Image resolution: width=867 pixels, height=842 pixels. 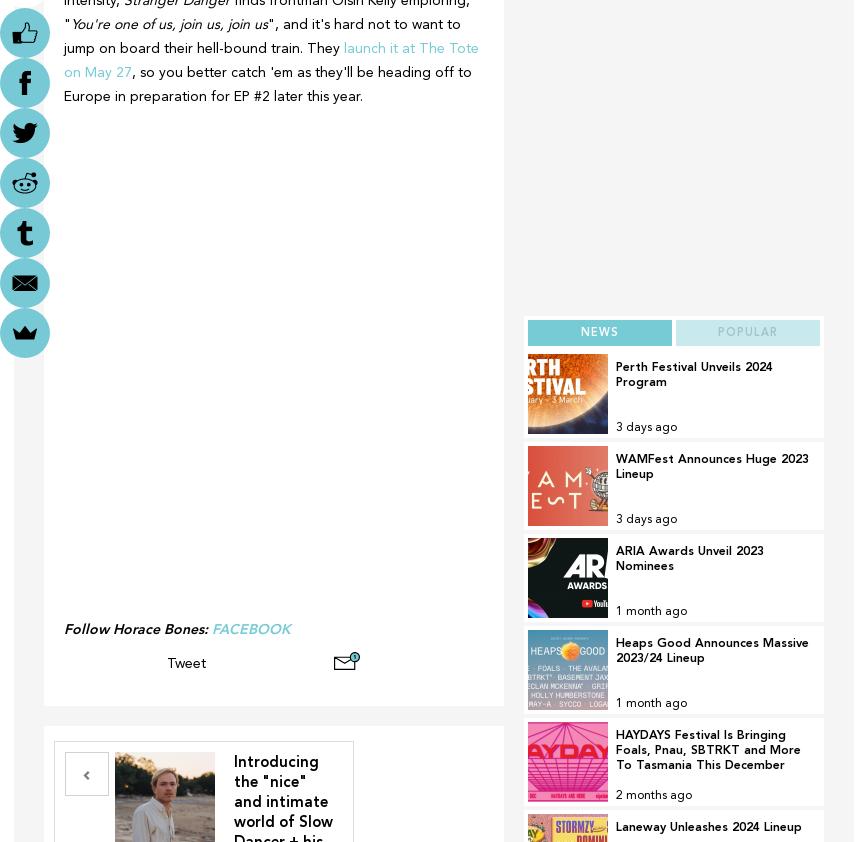 I want to click on 'News', so click(x=598, y=332).